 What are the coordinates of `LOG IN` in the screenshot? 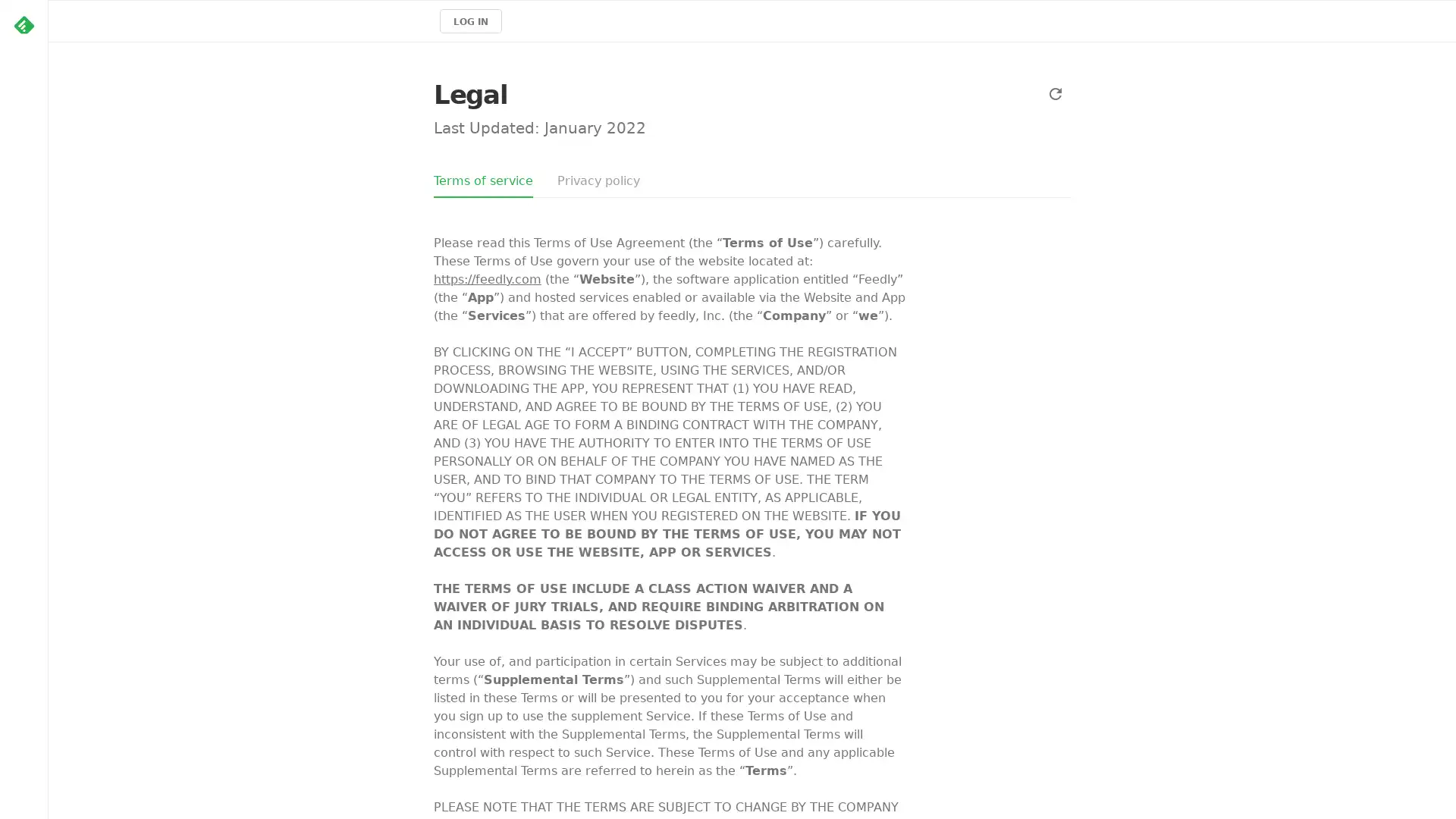 It's located at (469, 20).